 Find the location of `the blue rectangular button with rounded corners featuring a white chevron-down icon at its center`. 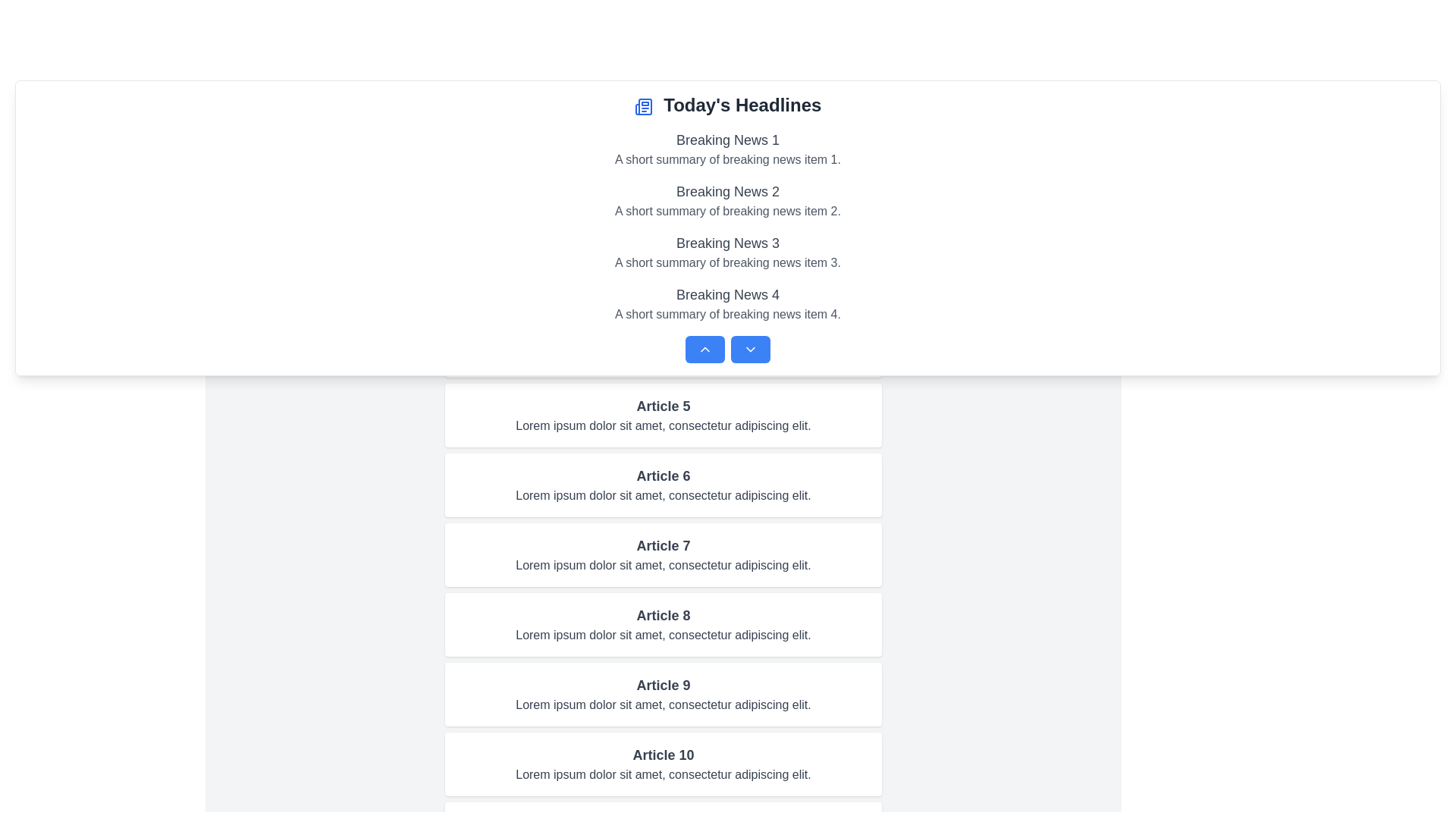

the blue rectangular button with rounded corners featuring a white chevron-down icon at its center is located at coordinates (750, 350).